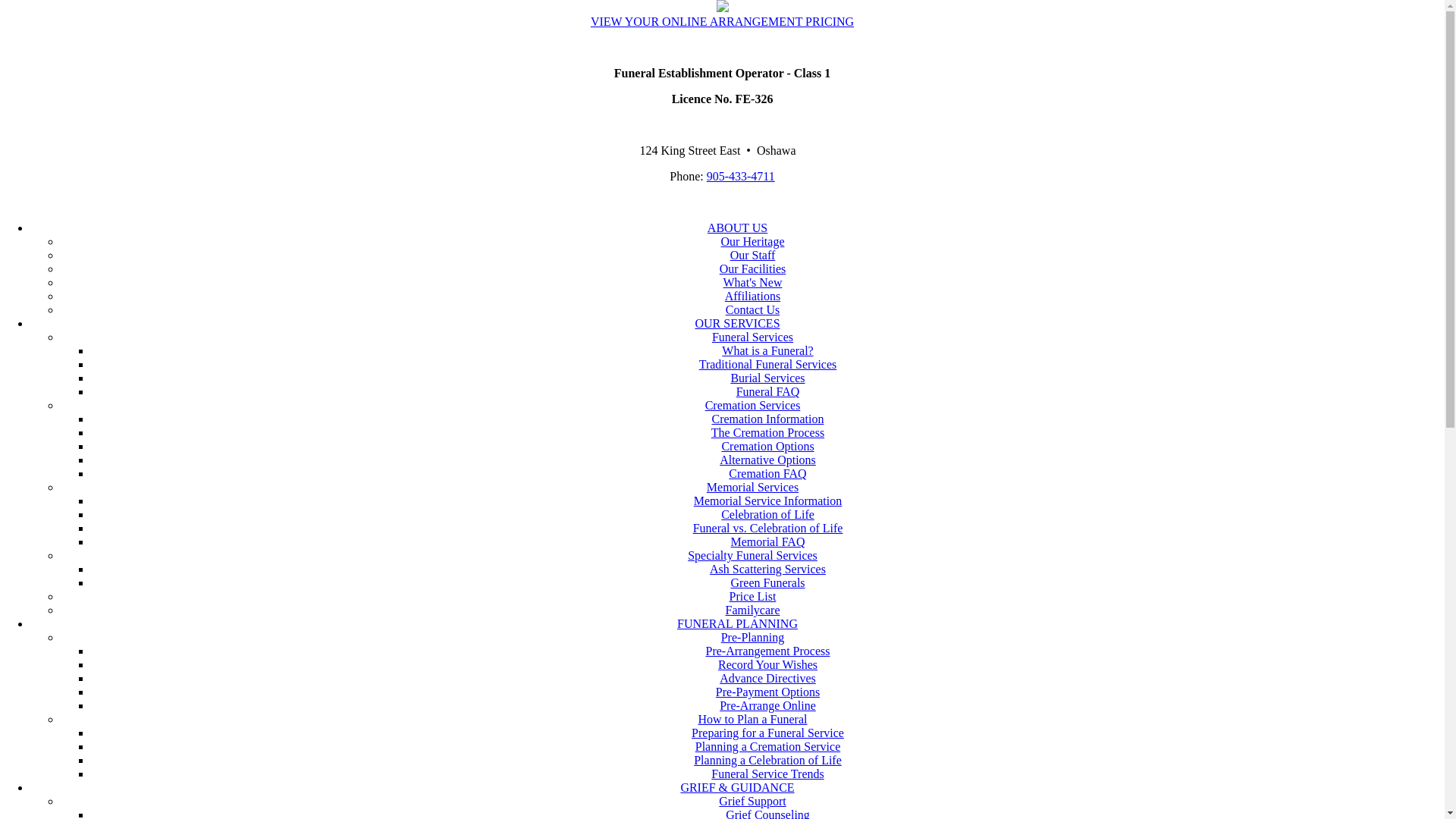 The image size is (1456, 819). I want to click on 'FUNERAL PLANNING', so click(737, 623).